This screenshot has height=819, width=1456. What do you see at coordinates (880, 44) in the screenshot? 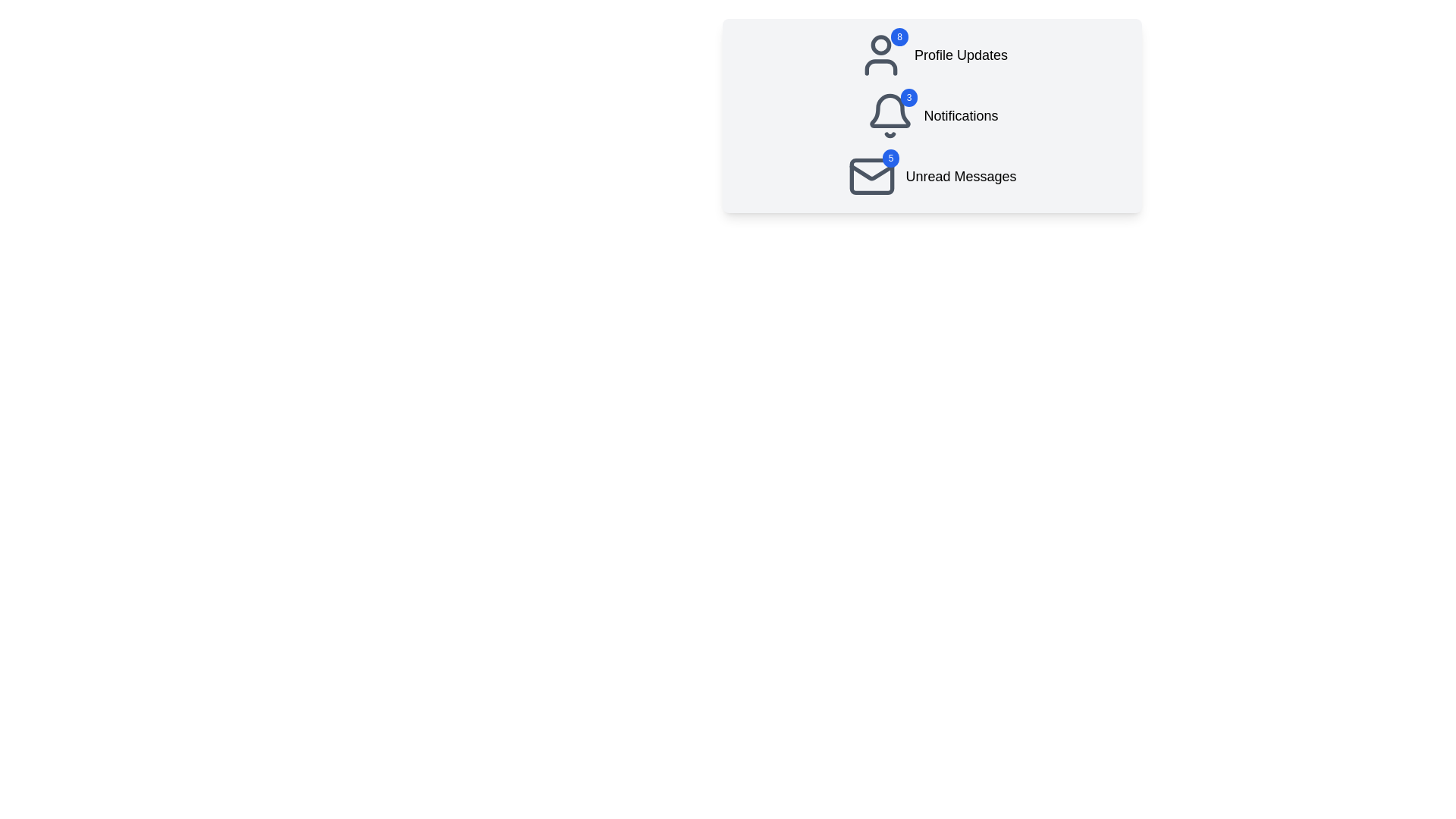
I see `the notification badge located at the top area of the user avatar icon, which serves as a visual indicator for status` at bounding box center [880, 44].